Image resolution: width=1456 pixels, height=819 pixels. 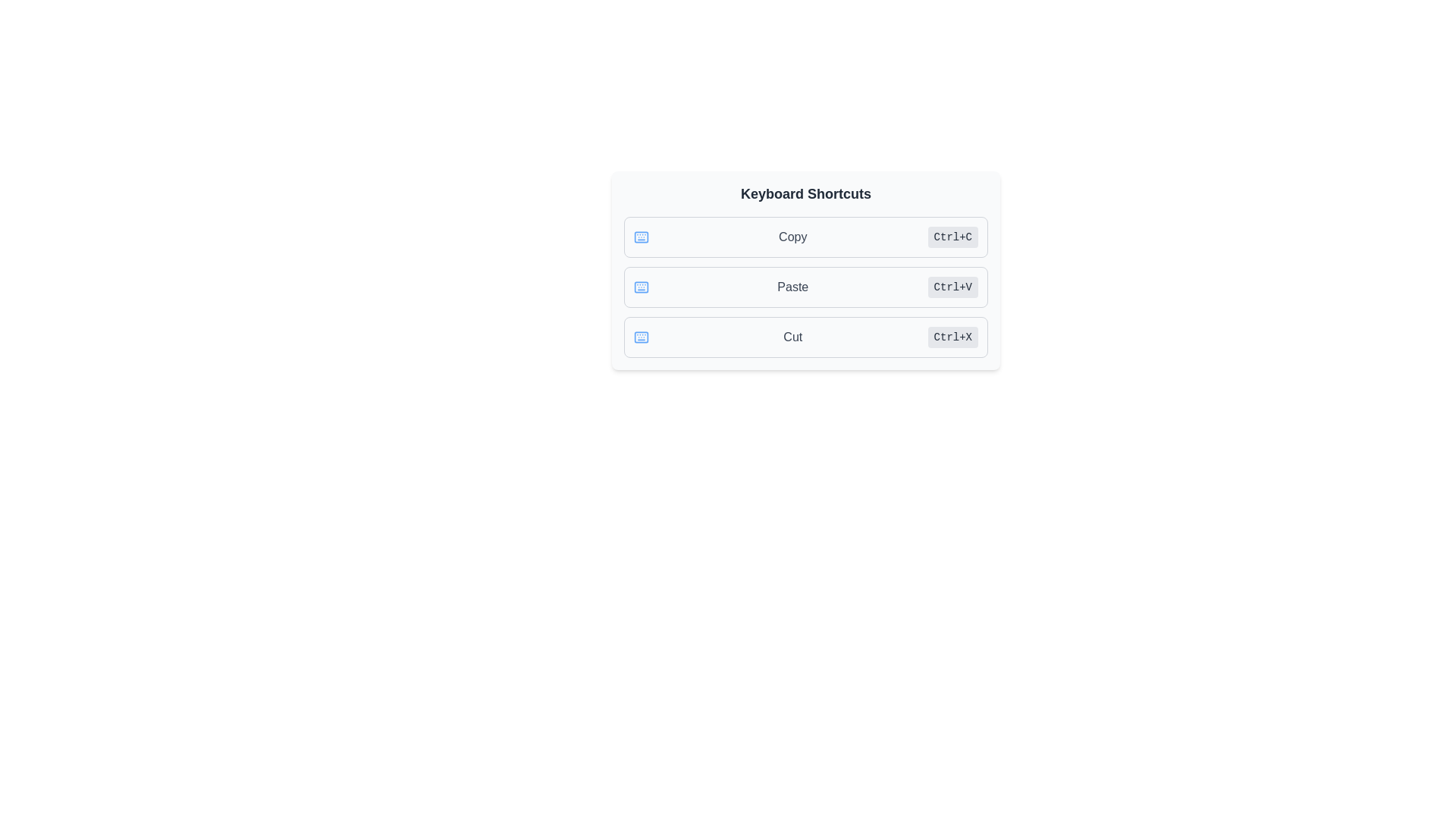 I want to click on the 'Paste' button, which is a rectangular button with rounded corners, displaying a keyboard icon, the label 'Paste', and a 'Ctrl+V' tag, so click(x=805, y=287).